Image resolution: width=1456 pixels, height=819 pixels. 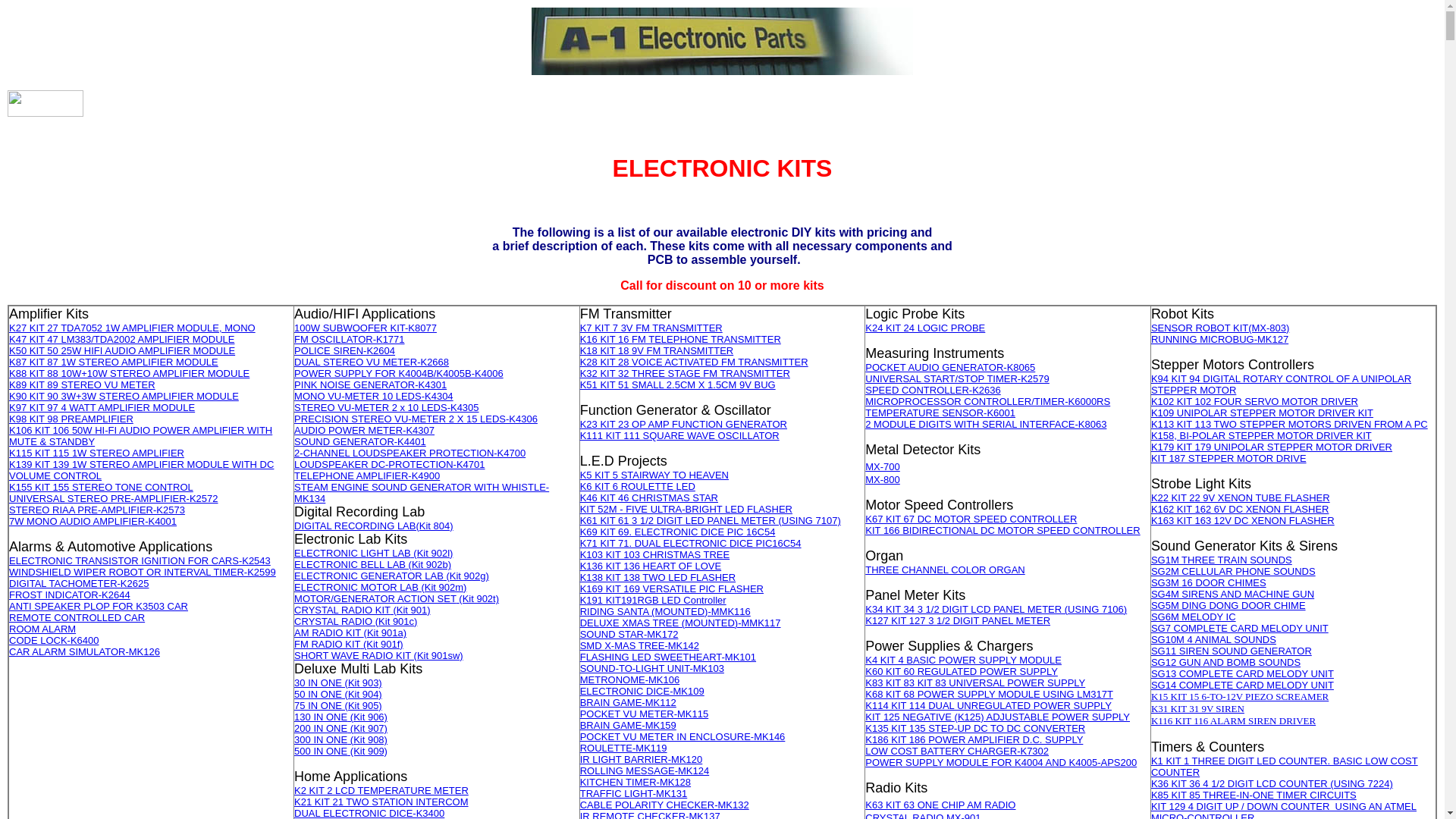 What do you see at coordinates (1233, 720) in the screenshot?
I see `'K116 KIT 116 ALARM SIREN DRIVER'` at bounding box center [1233, 720].